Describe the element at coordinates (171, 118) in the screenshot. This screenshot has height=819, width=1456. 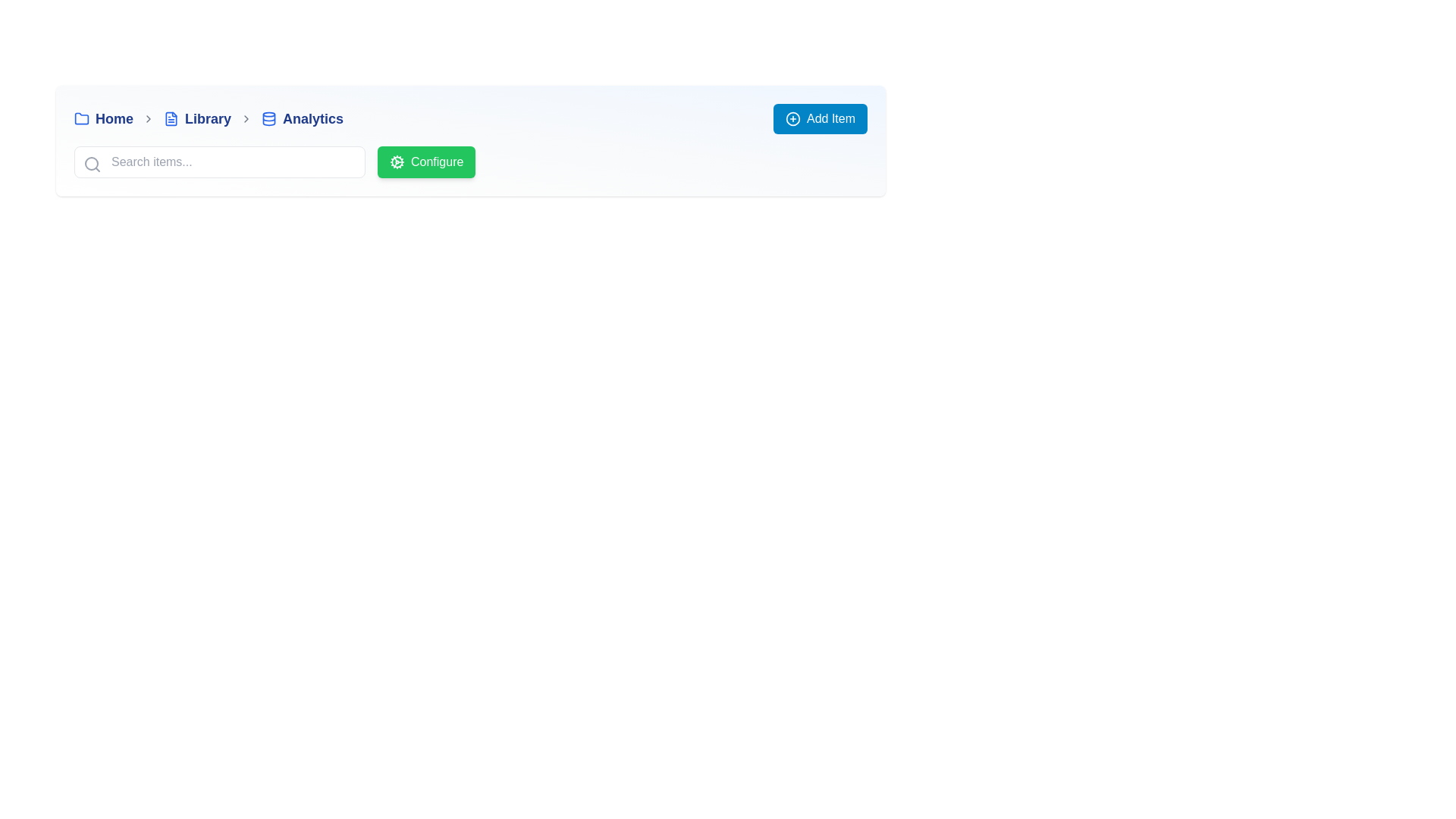
I see `the blue document icon with lines of text located in the navigation bar, adjacent to the word 'Library'` at that location.